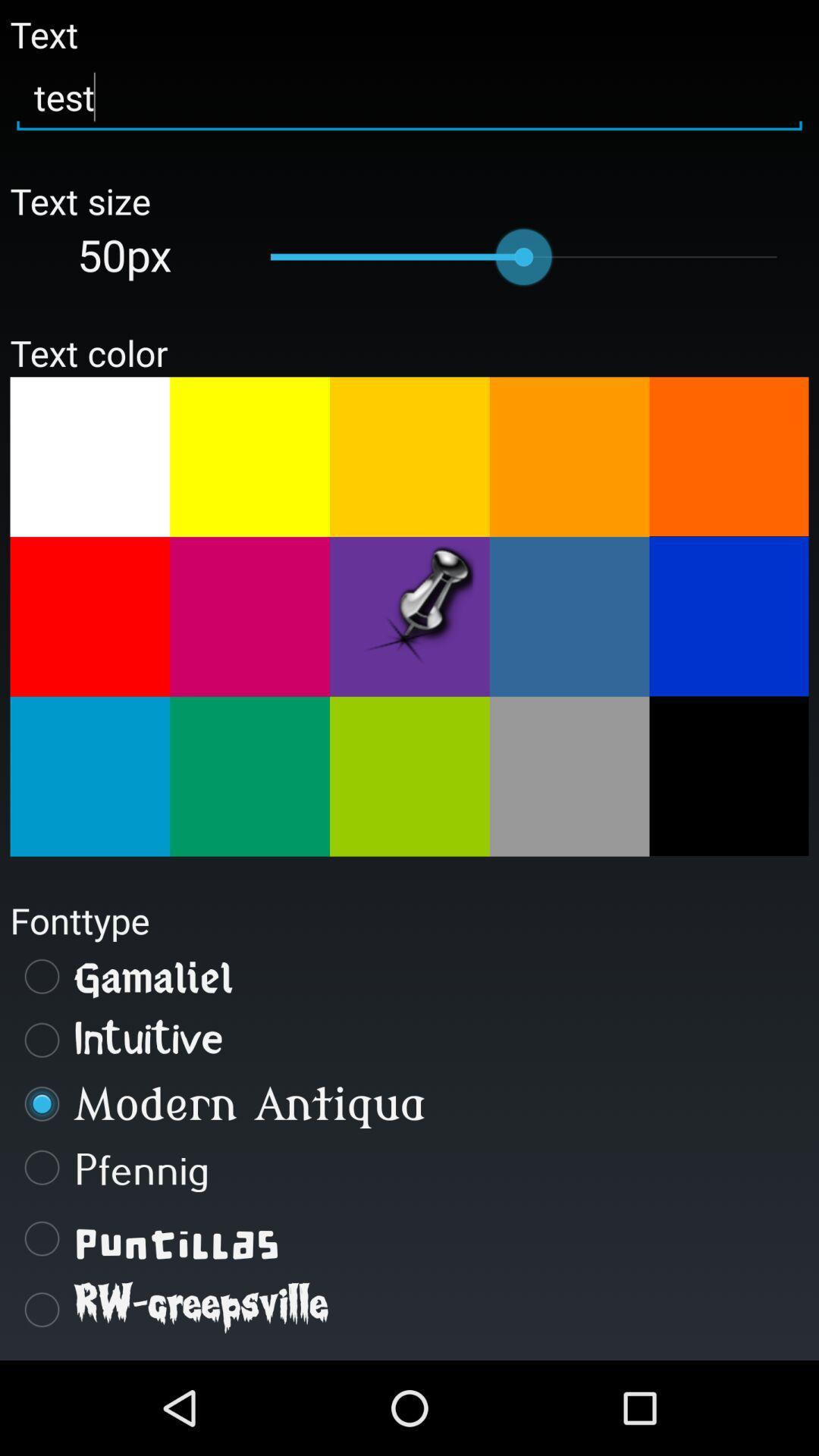 This screenshot has width=819, height=1456. What do you see at coordinates (409, 456) in the screenshot?
I see `change text color` at bounding box center [409, 456].